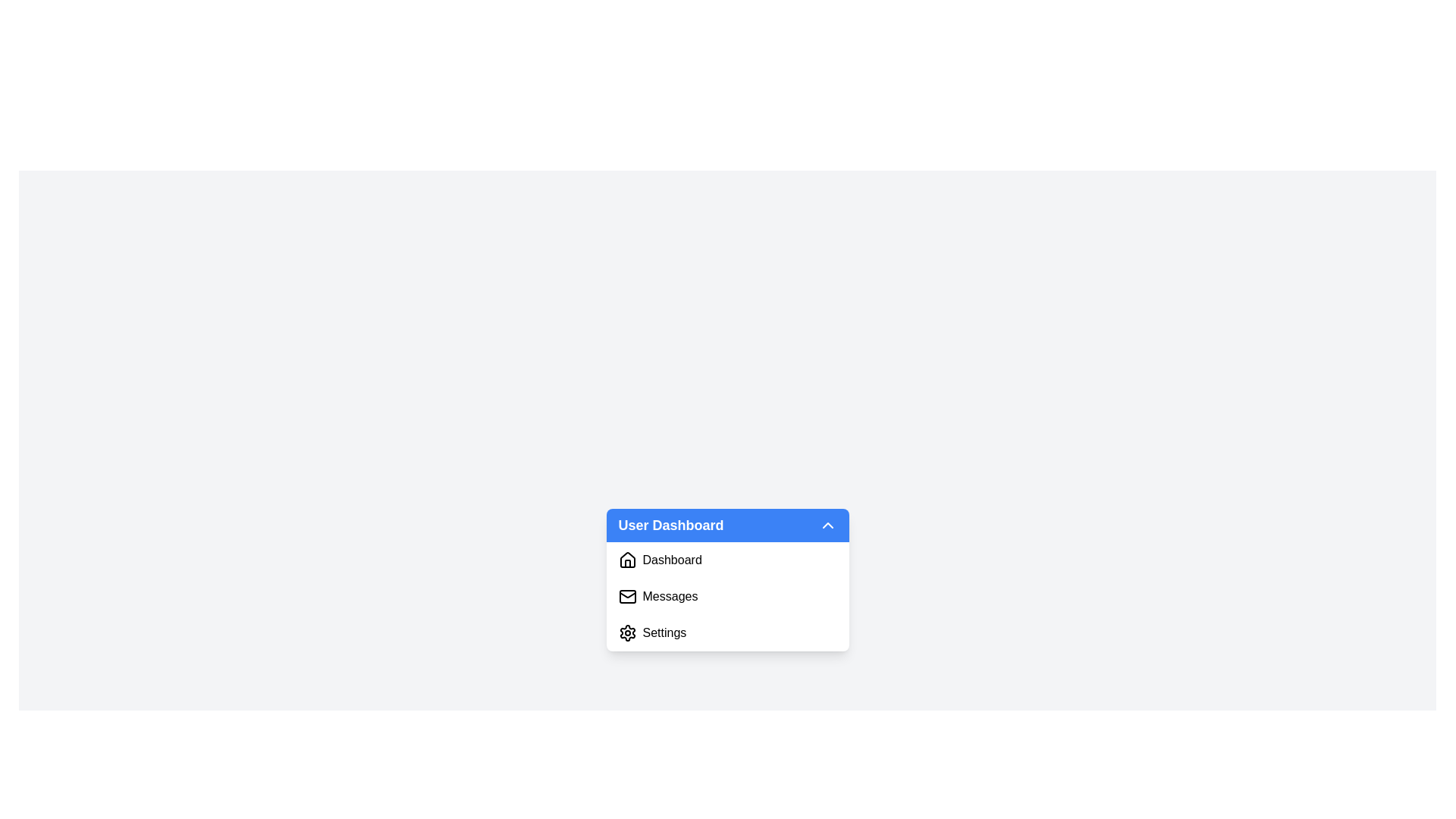 Image resolution: width=1456 pixels, height=819 pixels. What do you see at coordinates (627, 560) in the screenshot?
I see `the house icon in the User Dashboard dropdown menu, which is represented as a minimalistic graphical icon located above the 'Dashboard' label` at bounding box center [627, 560].